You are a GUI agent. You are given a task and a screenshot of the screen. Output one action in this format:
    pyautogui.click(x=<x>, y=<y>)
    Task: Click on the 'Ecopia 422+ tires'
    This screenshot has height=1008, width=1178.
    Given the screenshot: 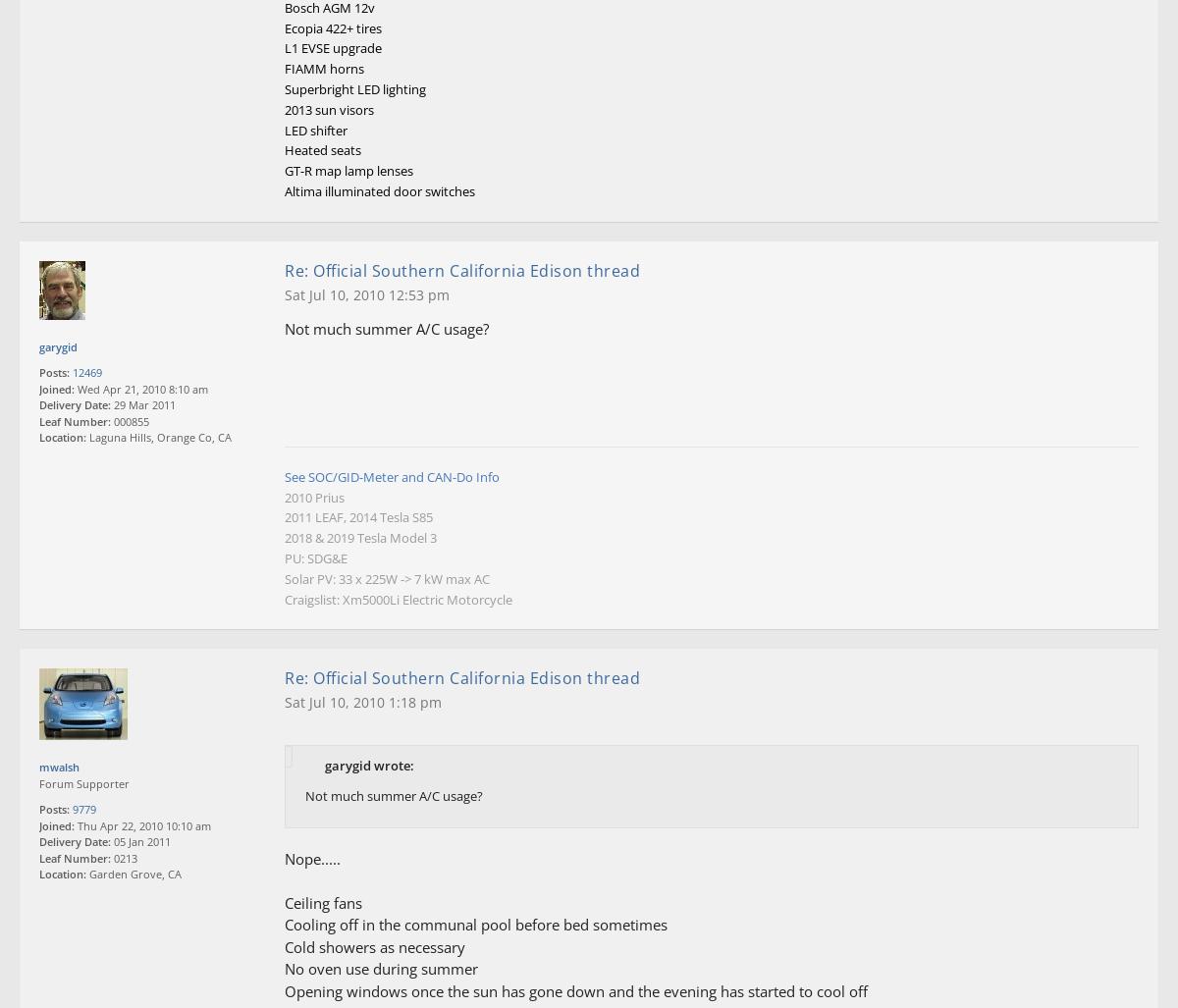 What is the action you would take?
    pyautogui.click(x=333, y=27)
    